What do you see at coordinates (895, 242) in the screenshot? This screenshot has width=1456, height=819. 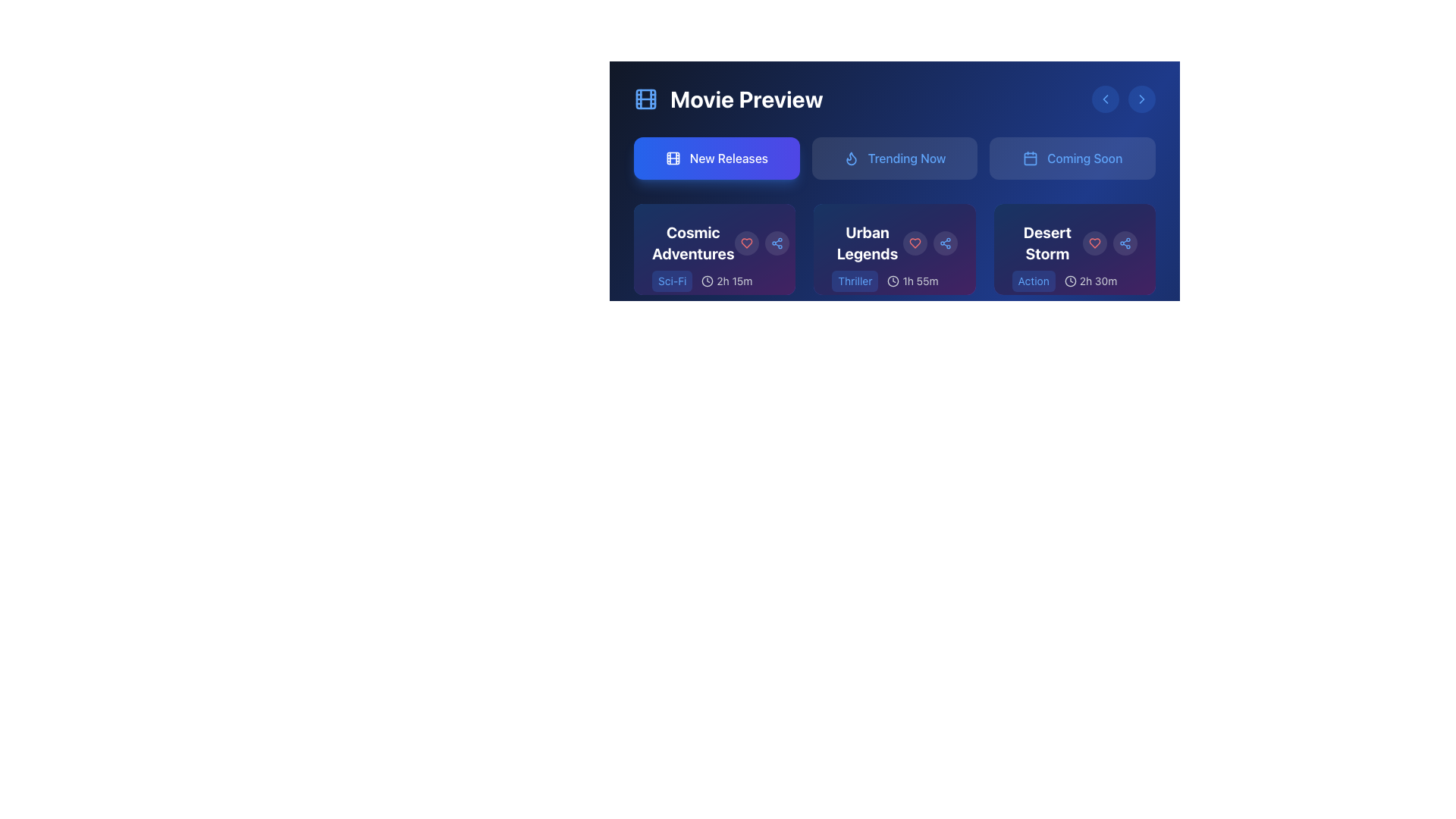 I see `the text label displaying the title 'Urban Legends' in bold white typography located in the top-right quadrant of the movie details section` at bounding box center [895, 242].